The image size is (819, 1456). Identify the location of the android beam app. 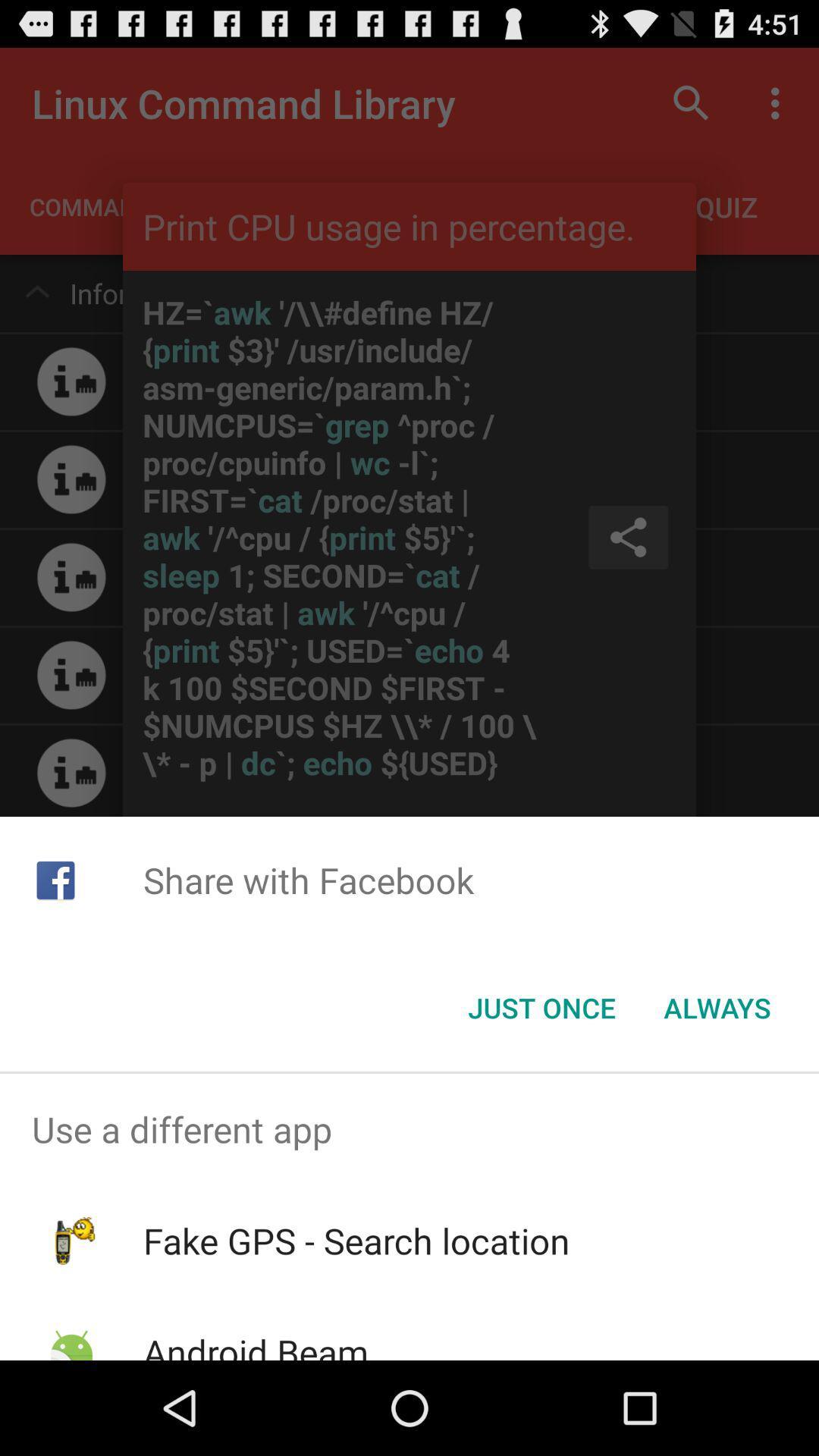
(255, 1344).